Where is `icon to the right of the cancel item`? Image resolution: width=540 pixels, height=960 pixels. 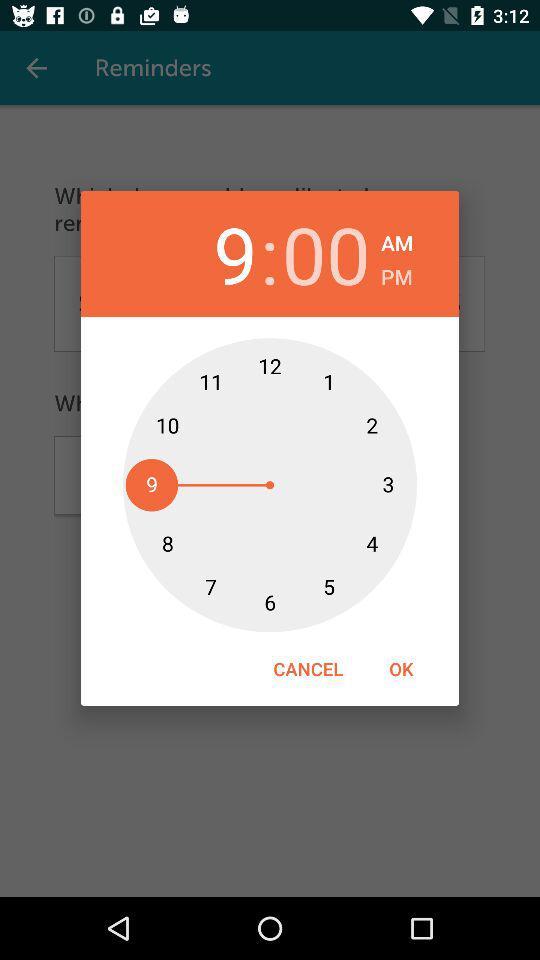
icon to the right of the cancel item is located at coordinates (401, 669).